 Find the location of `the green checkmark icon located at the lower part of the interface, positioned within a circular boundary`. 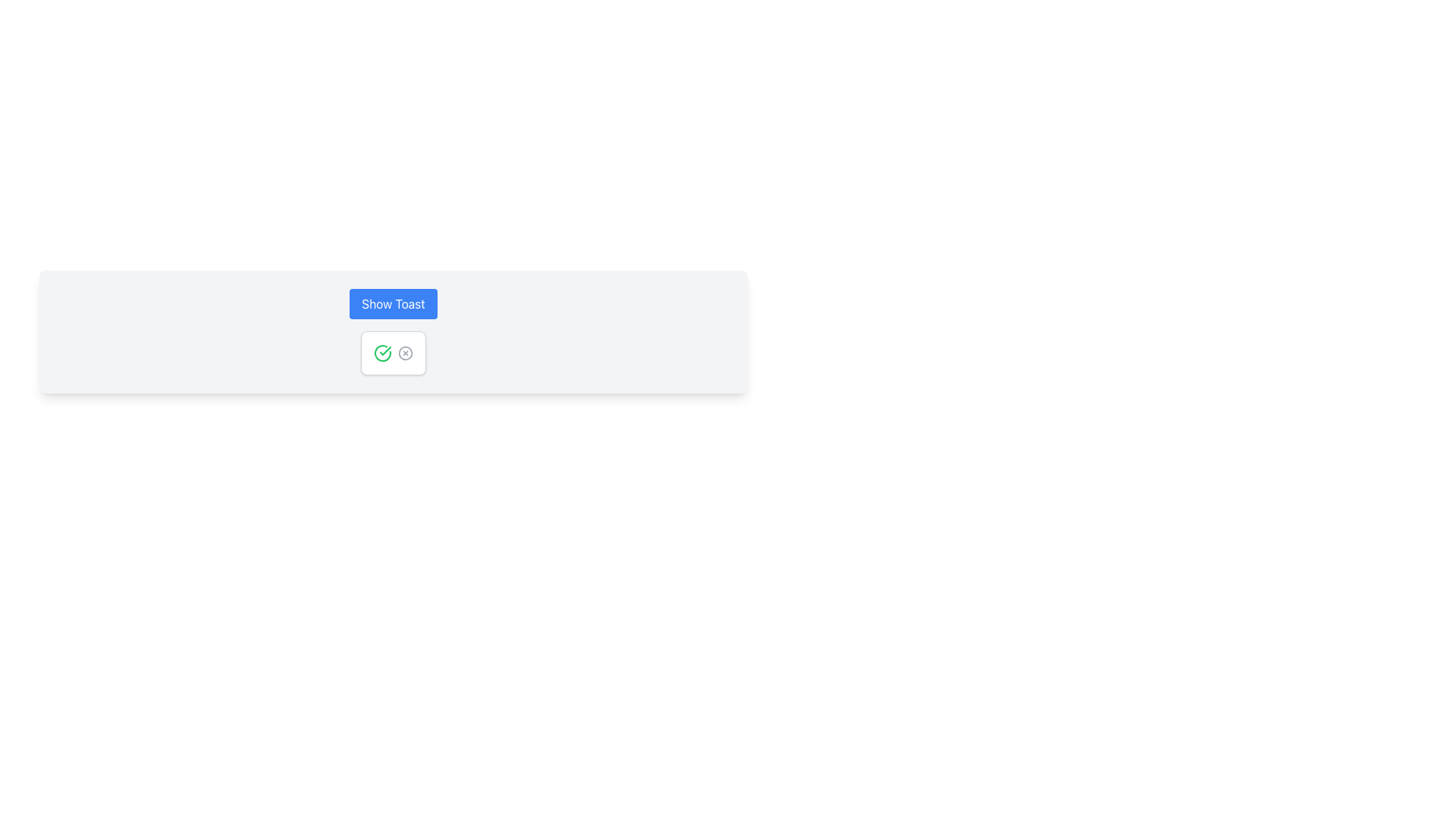

the green checkmark icon located at the lower part of the interface, positioned within a circular boundary is located at coordinates (385, 350).